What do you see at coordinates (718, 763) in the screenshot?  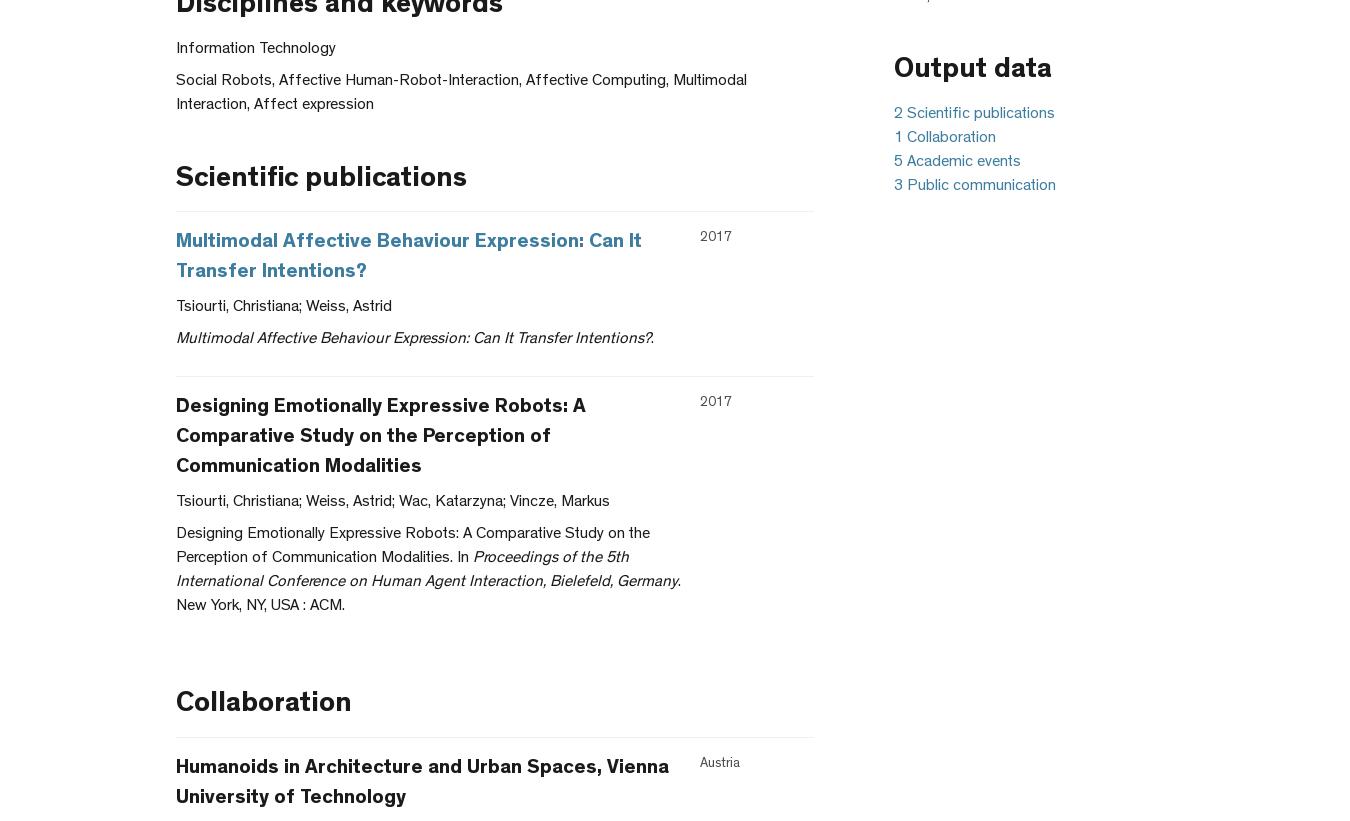 I see `'Austria'` at bounding box center [718, 763].